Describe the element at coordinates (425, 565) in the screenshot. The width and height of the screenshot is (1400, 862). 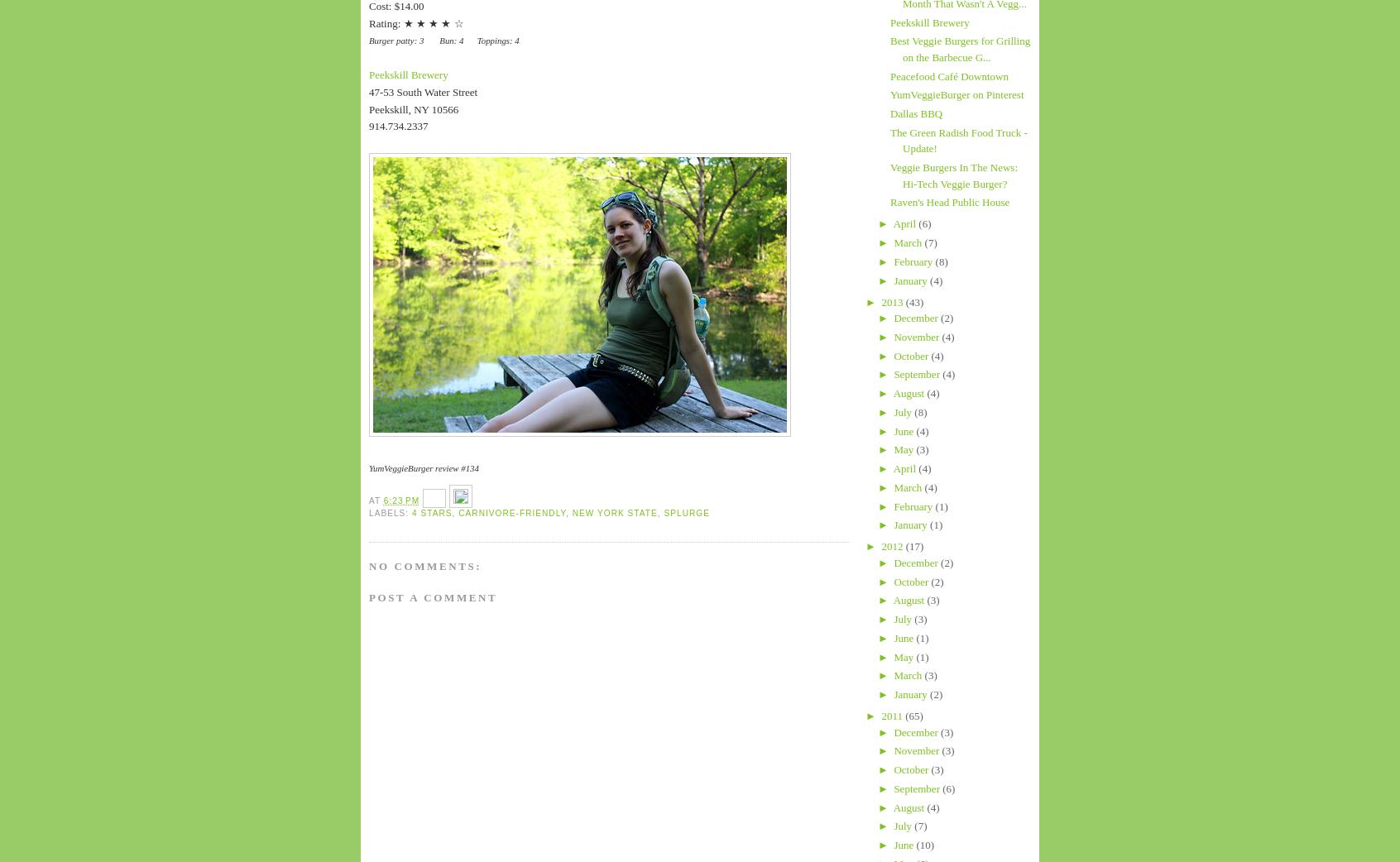
I see `'No comments:'` at that location.